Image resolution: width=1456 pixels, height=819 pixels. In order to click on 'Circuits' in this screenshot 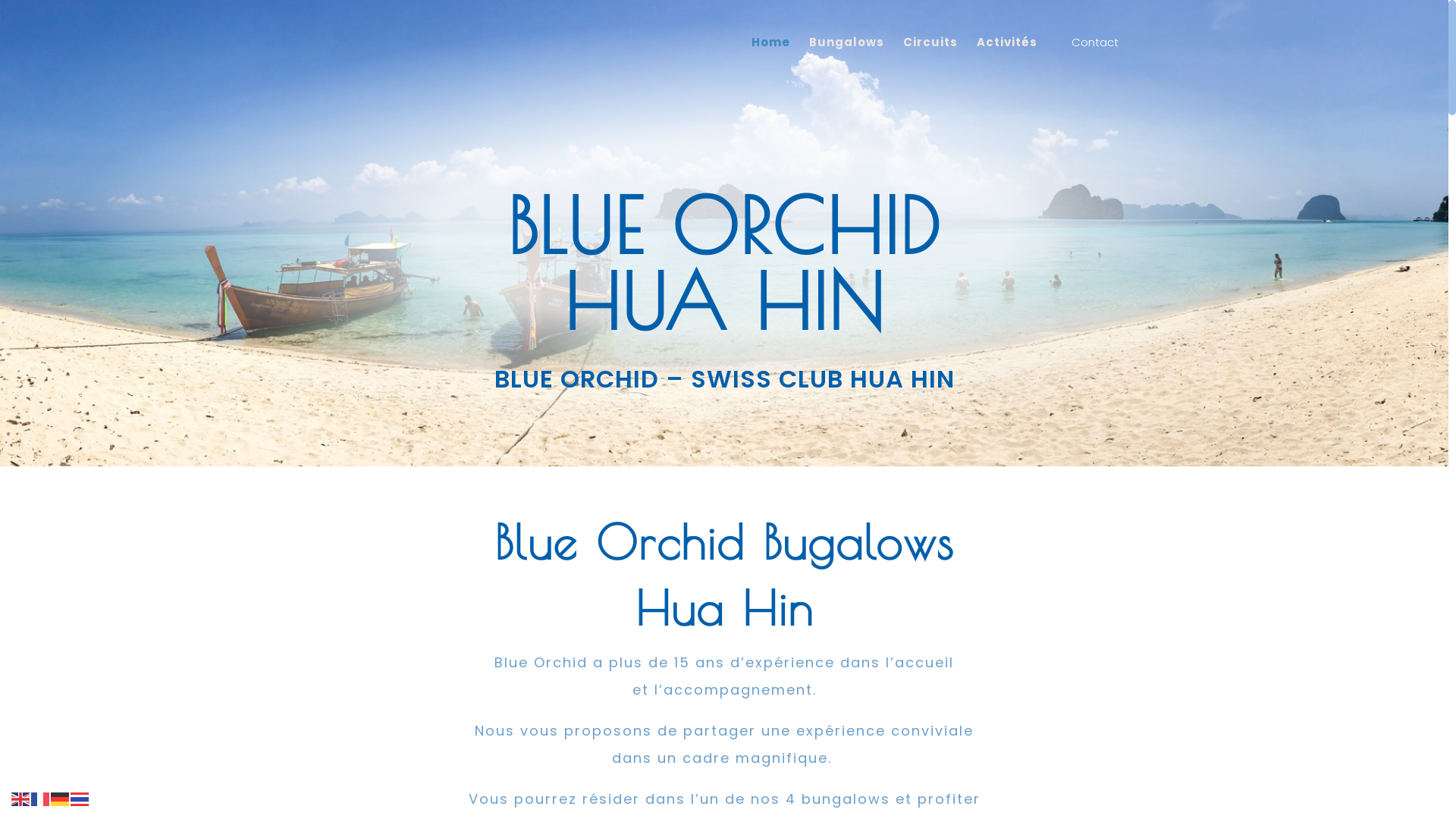, I will do `click(902, 52)`.